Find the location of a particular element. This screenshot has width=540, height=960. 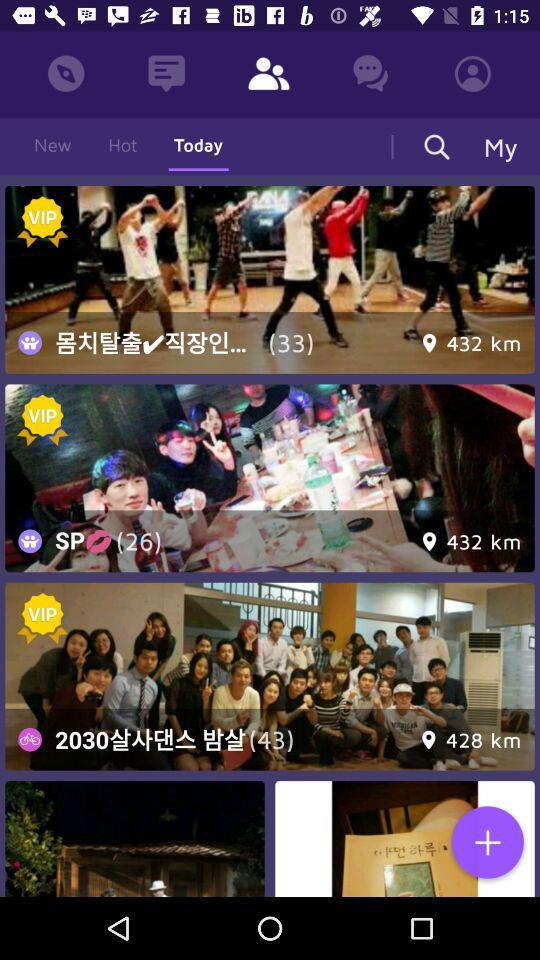

photo is located at coordinates (486, 843).